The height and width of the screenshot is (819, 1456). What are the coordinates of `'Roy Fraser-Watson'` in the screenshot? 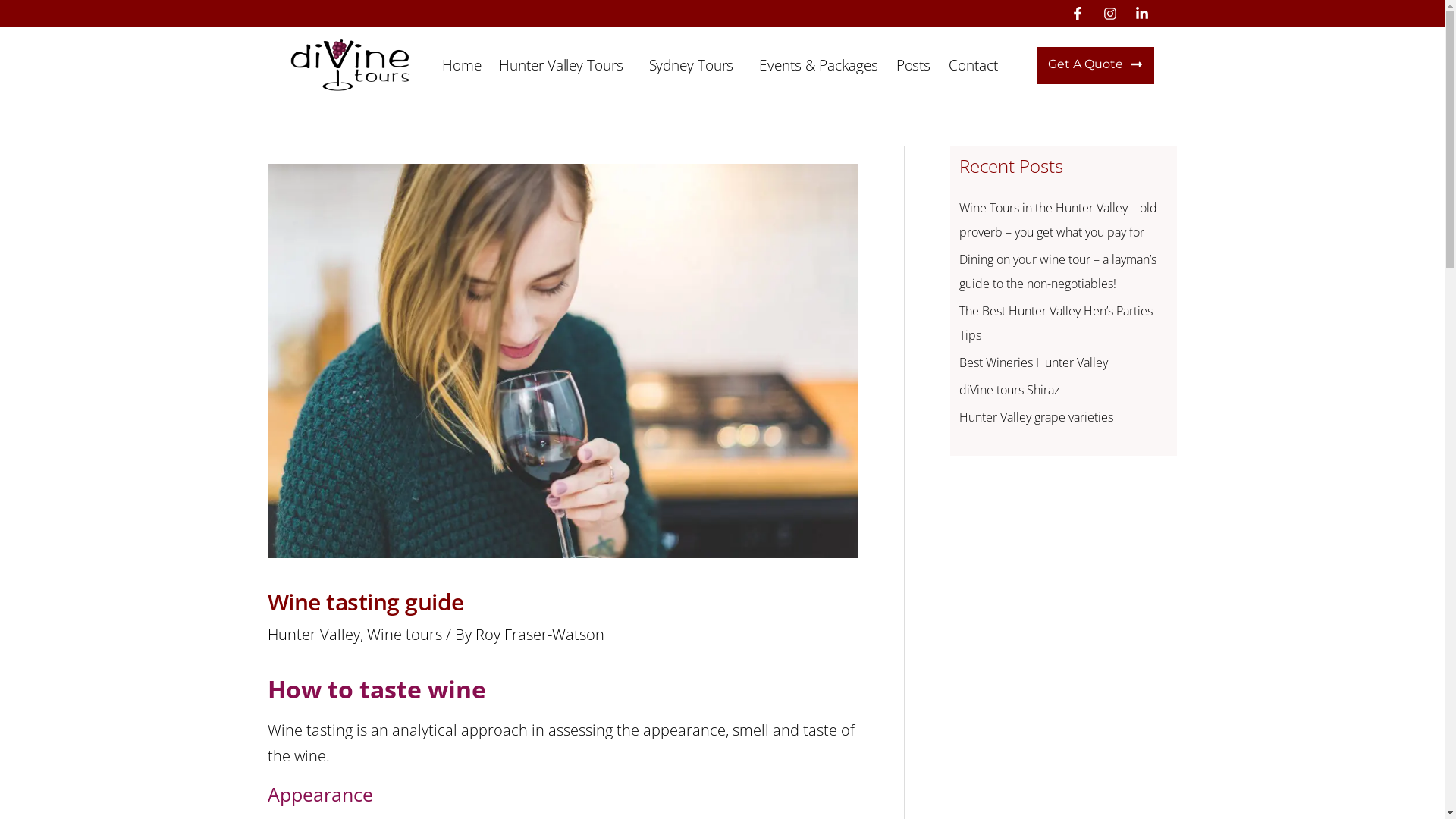 It's located at (538, 634).